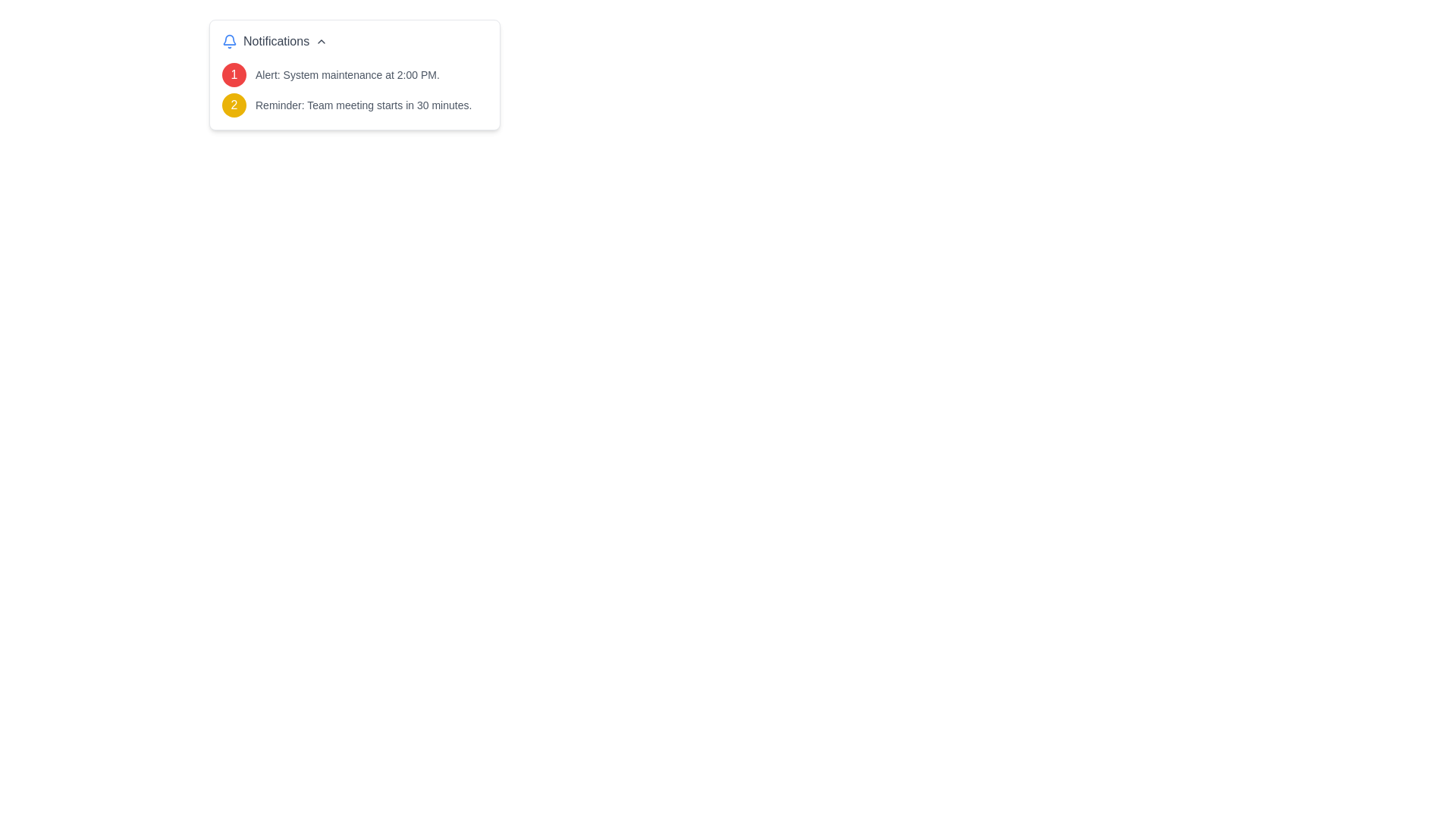 Image resolution: width=1456 pixels, height=819 pixels. What do you see at coordinates (233, 104) in the screenshot?
I see `the circular badge icon with a yellow background and white text '2', which is located to the far left of the second row within the notification card` at bounding box center [233, 104].